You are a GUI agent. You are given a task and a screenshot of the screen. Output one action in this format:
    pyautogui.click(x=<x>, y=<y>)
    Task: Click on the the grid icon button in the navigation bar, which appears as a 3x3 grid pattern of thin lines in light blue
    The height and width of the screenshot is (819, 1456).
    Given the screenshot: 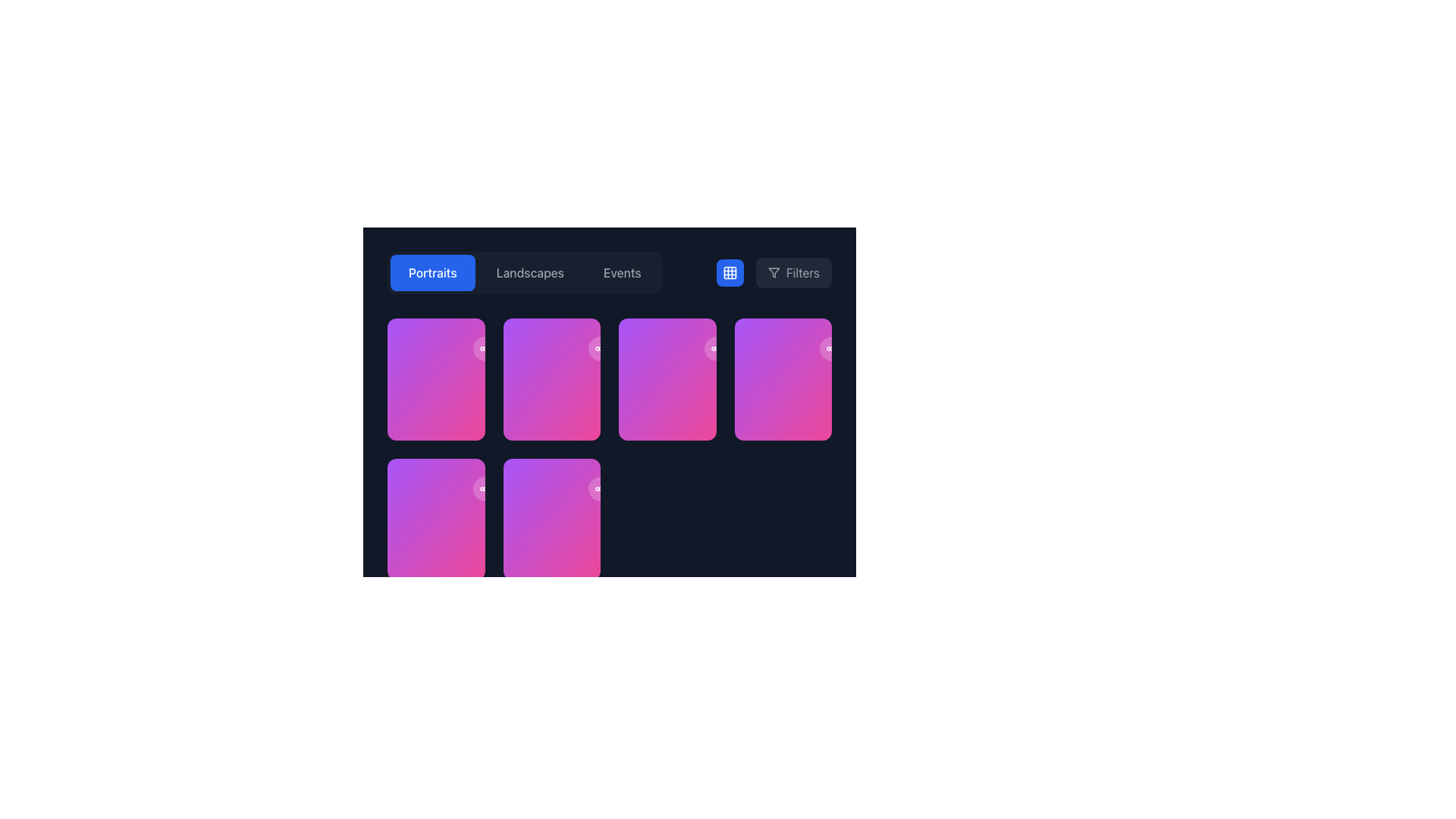 What is the action you would take?
    pyautogui.click(x=730, y=271)
    